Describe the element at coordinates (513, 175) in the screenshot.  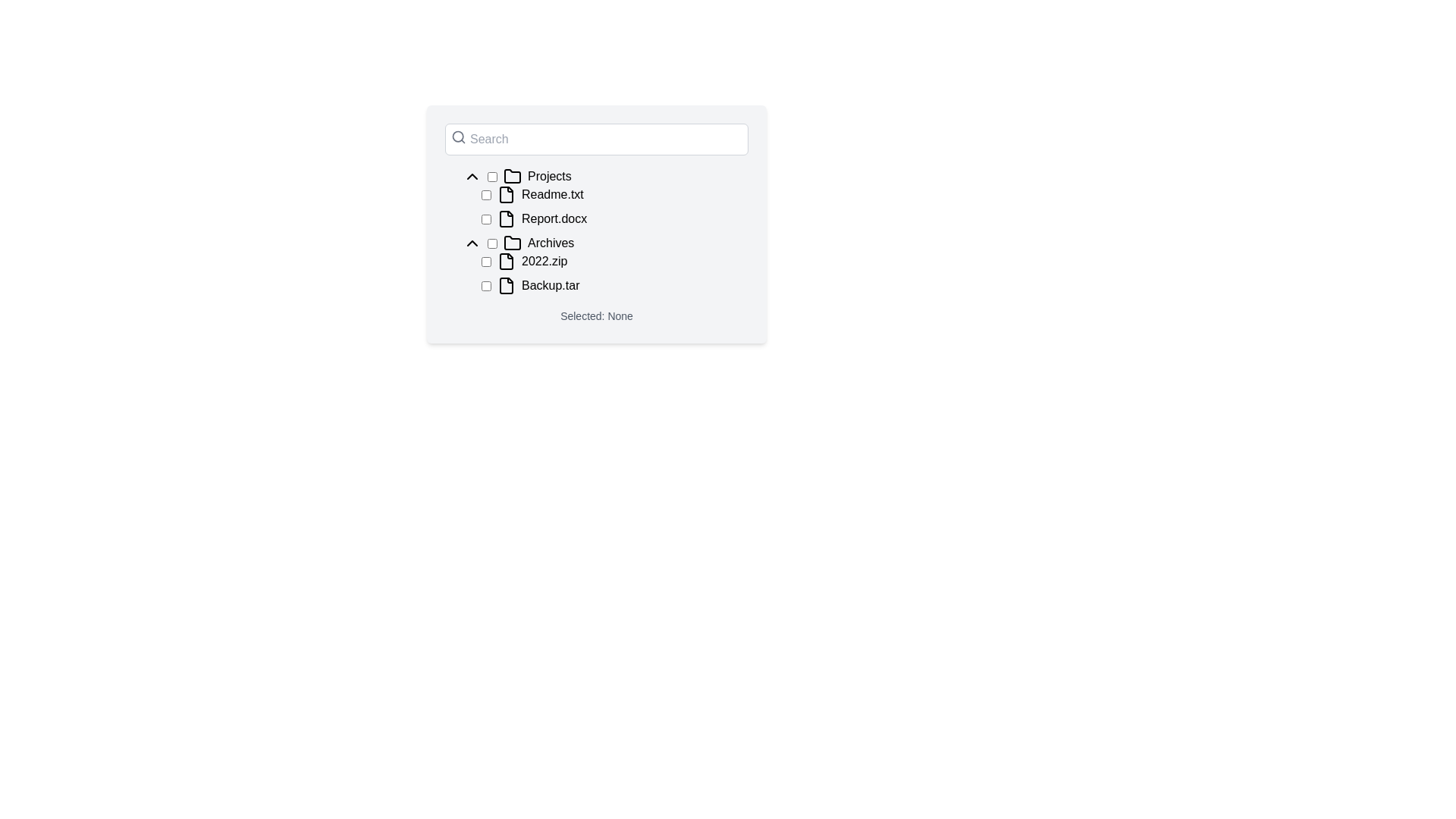
I see `the folder icon, which is a simple outline design located to the left of the 'Projects' label in the hierarchical file structure` at that location.